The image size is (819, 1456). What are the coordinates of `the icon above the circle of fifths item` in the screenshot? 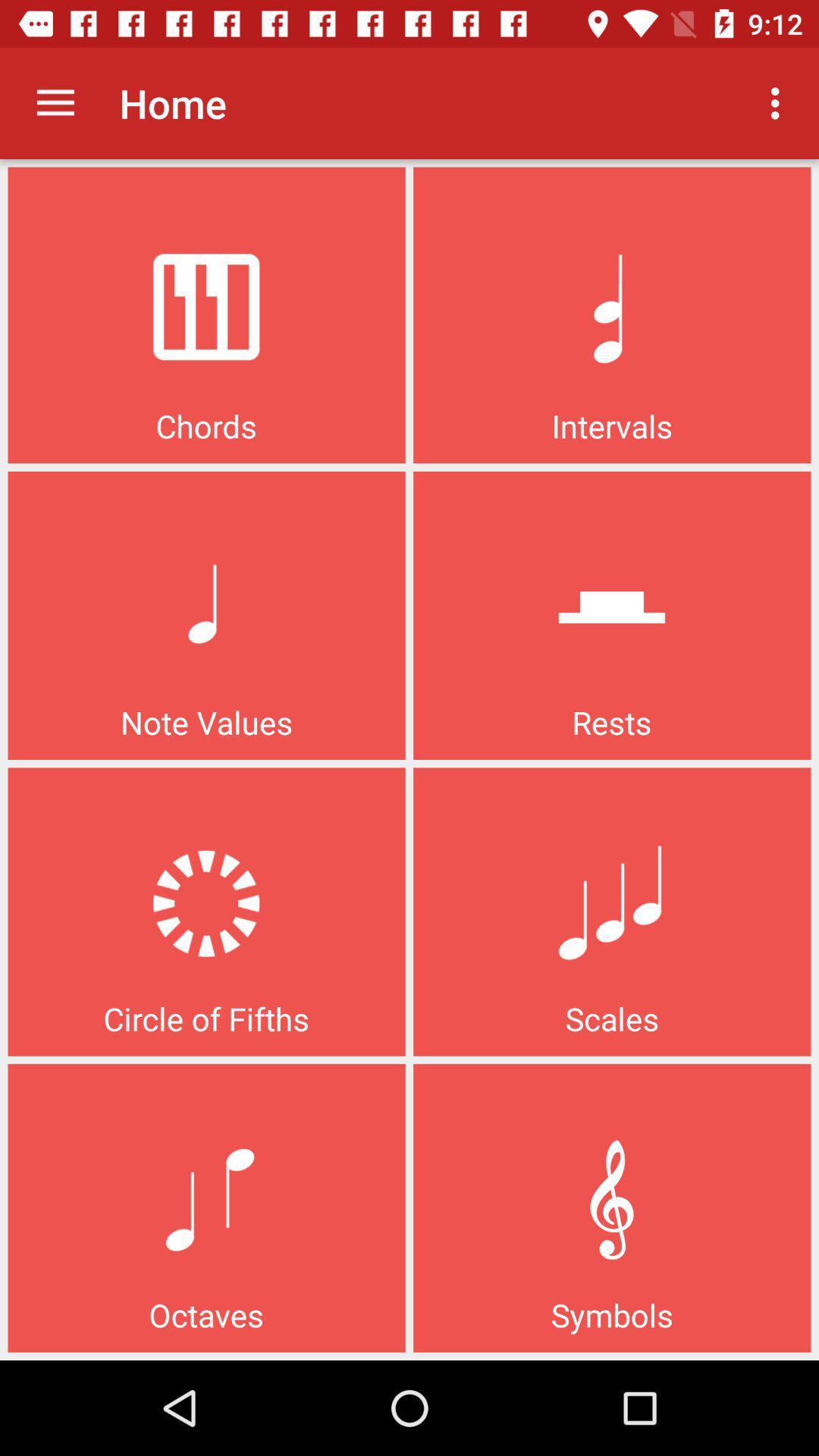 It's located at (55, 102).